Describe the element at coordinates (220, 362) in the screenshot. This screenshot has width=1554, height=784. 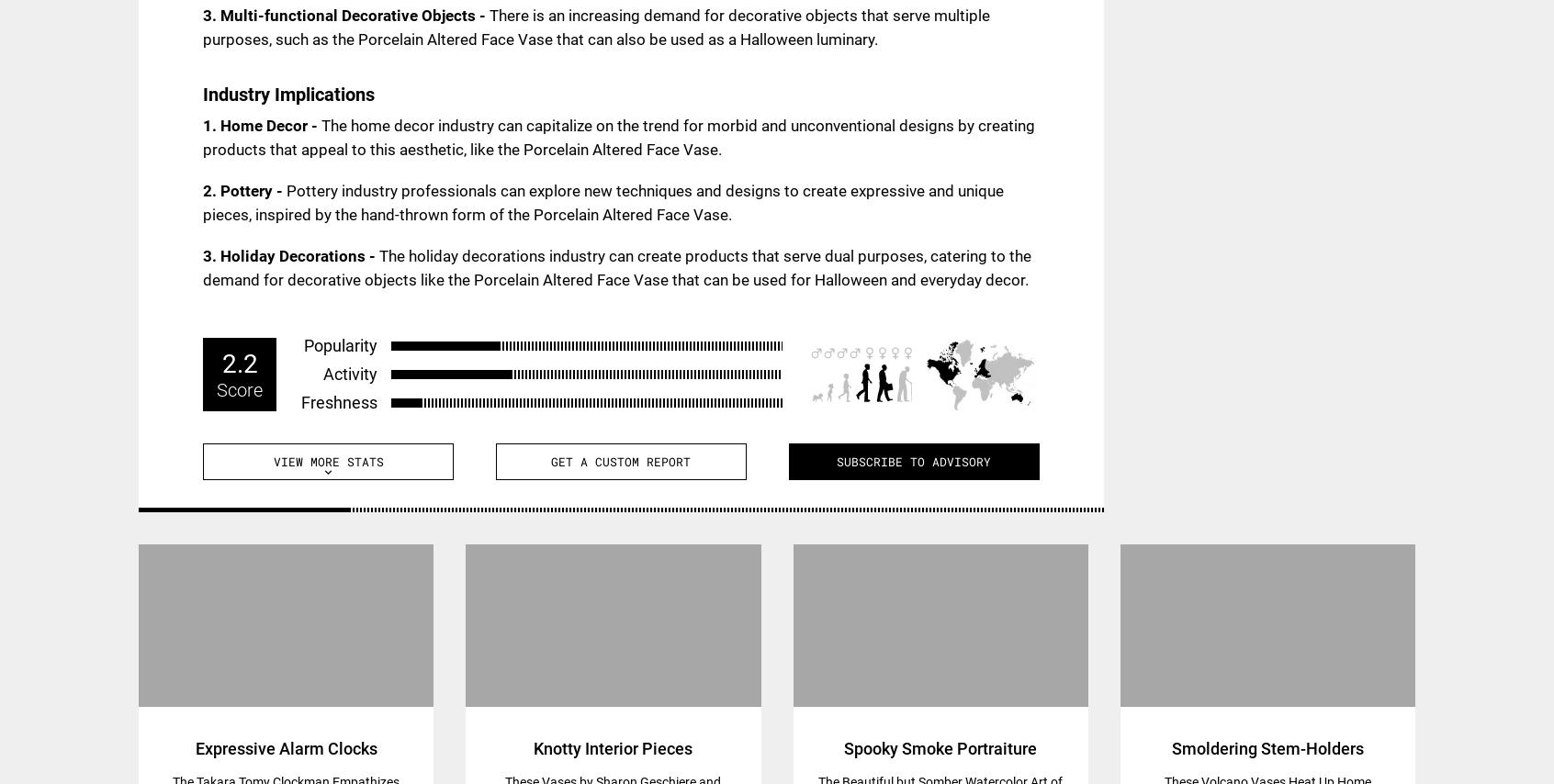
I see `'2.2'` at that location.